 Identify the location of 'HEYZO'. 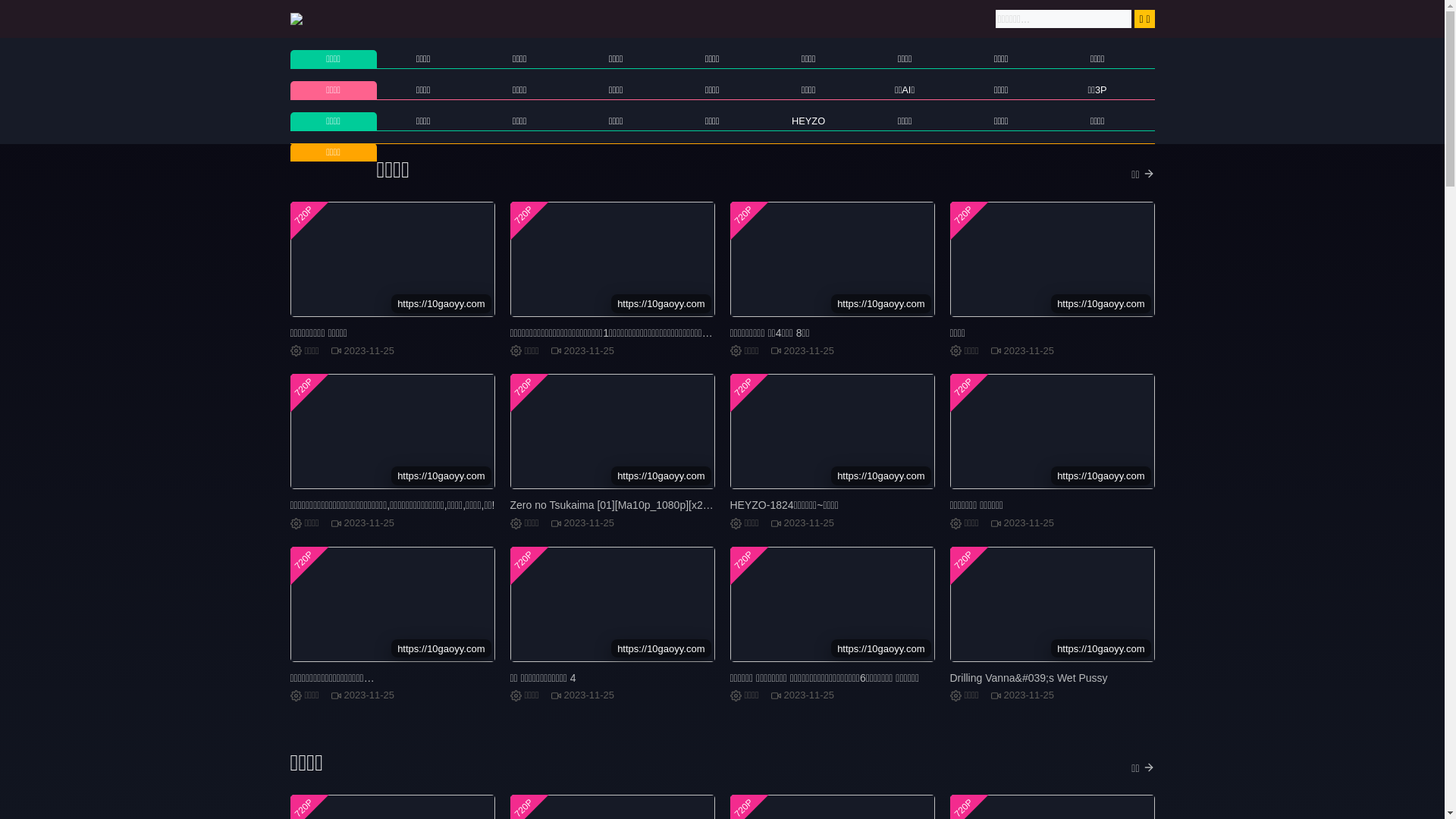
(807, 120).